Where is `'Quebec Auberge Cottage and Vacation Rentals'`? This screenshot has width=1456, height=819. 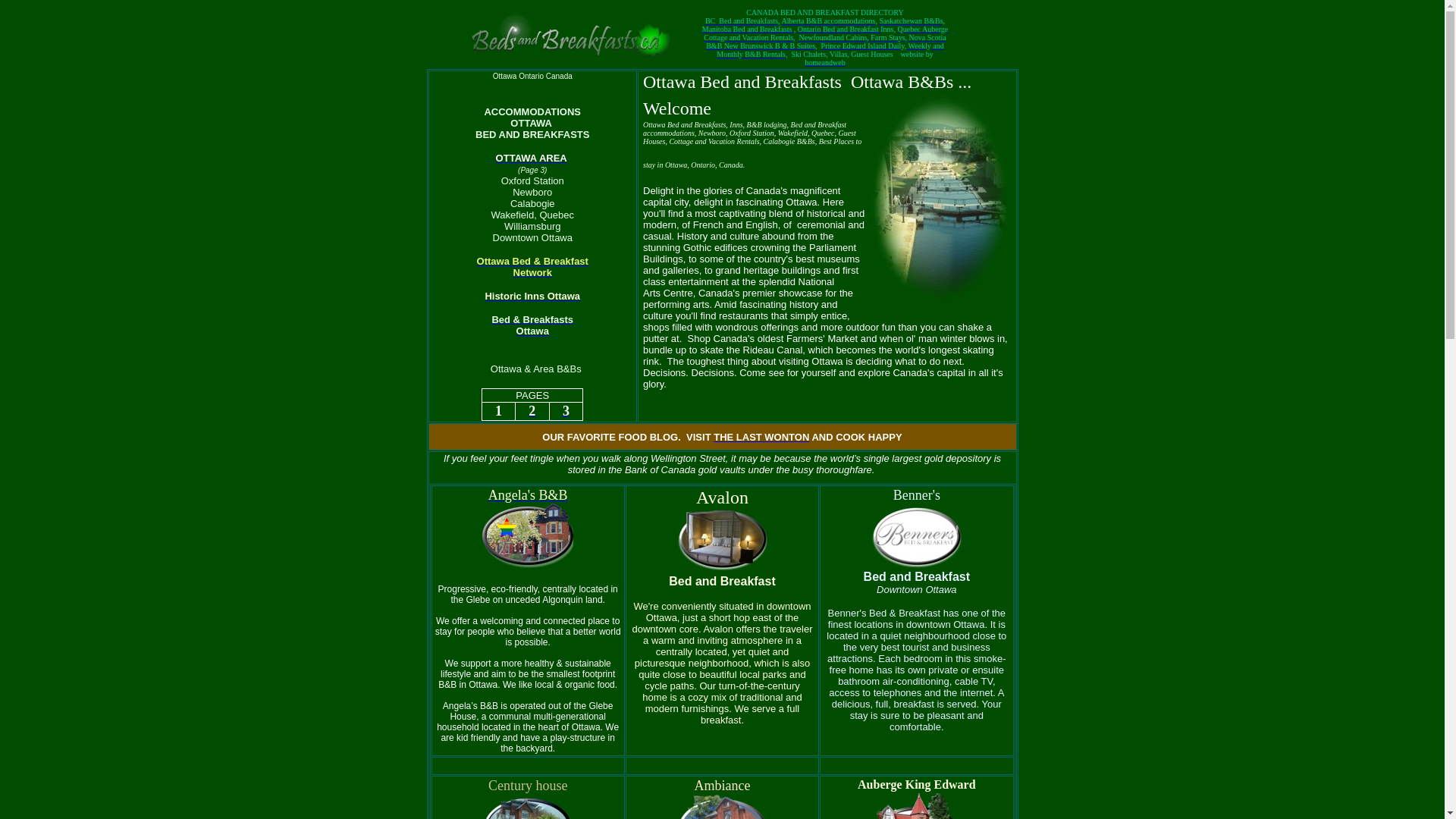
'Quebec Auberge Cottage and Vacation Rentals' is located at coordinates (825, 32).